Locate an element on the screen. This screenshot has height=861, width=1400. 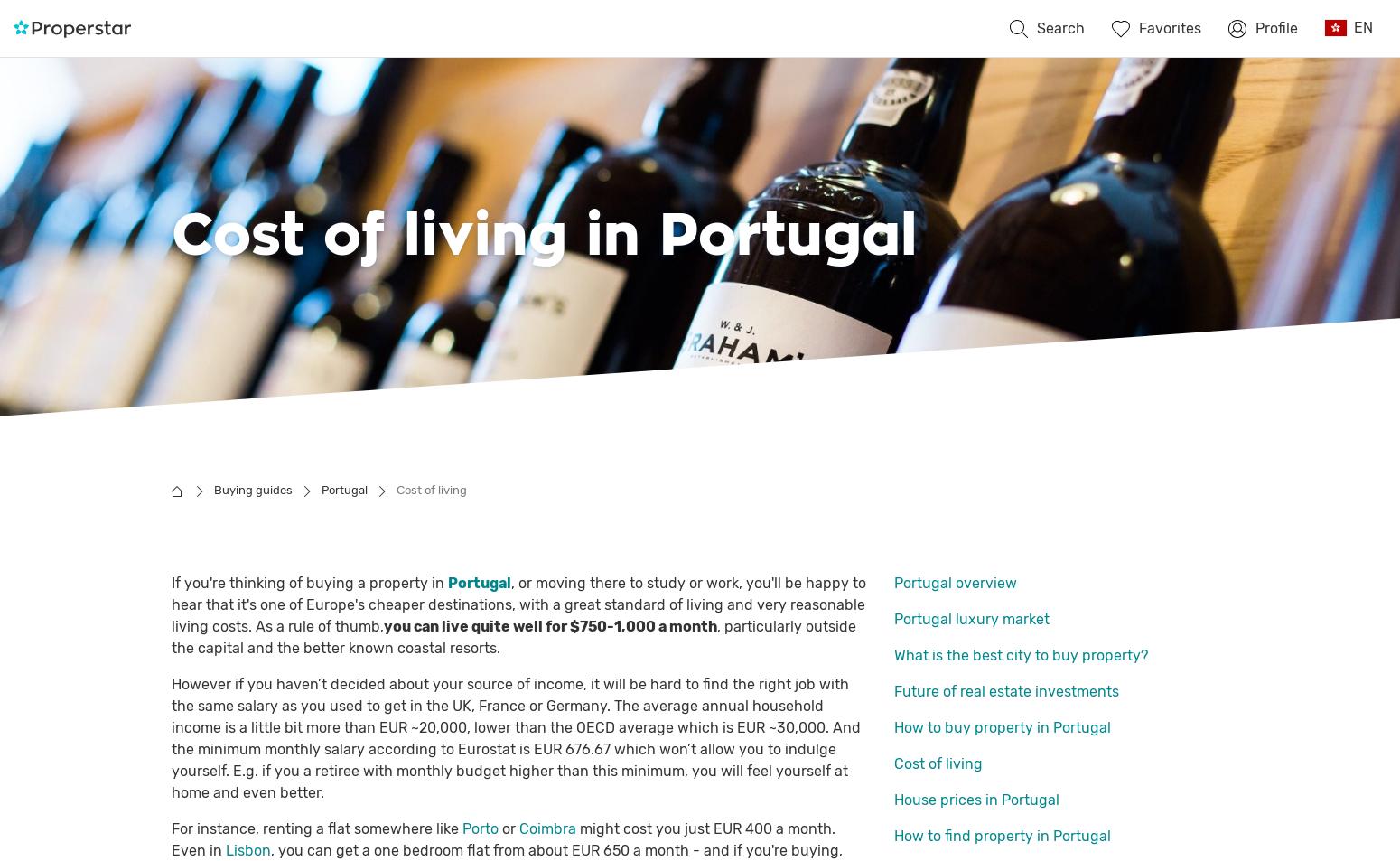
'How to find property in Portugal' is located at coordinates (1001, 836).